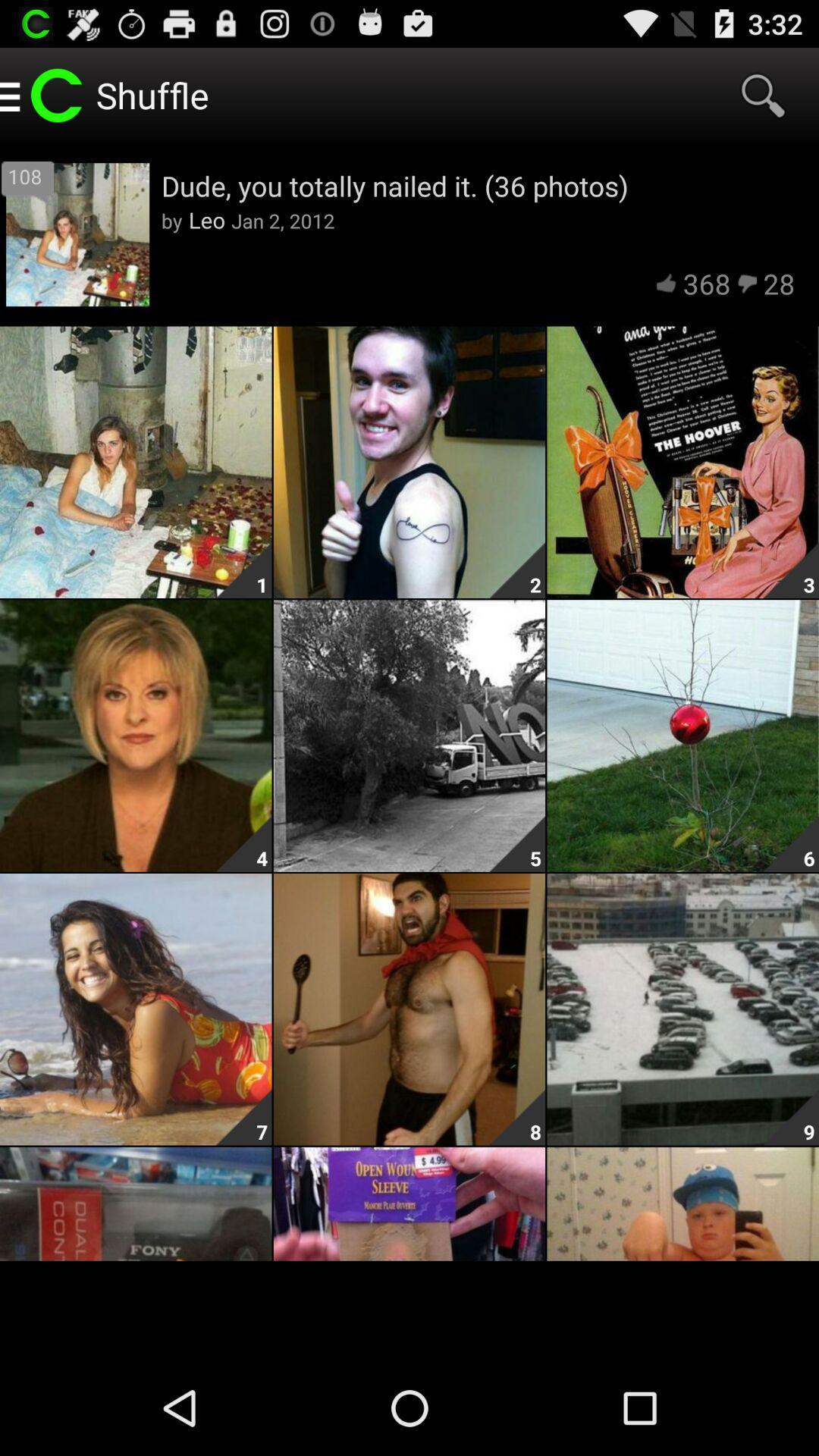 This screenshot has height=1456, width=819. What do you see at coordinates (763, 94) in the screenshot?
I see `app to the right of shuffle` at bounding box center [763, 94].